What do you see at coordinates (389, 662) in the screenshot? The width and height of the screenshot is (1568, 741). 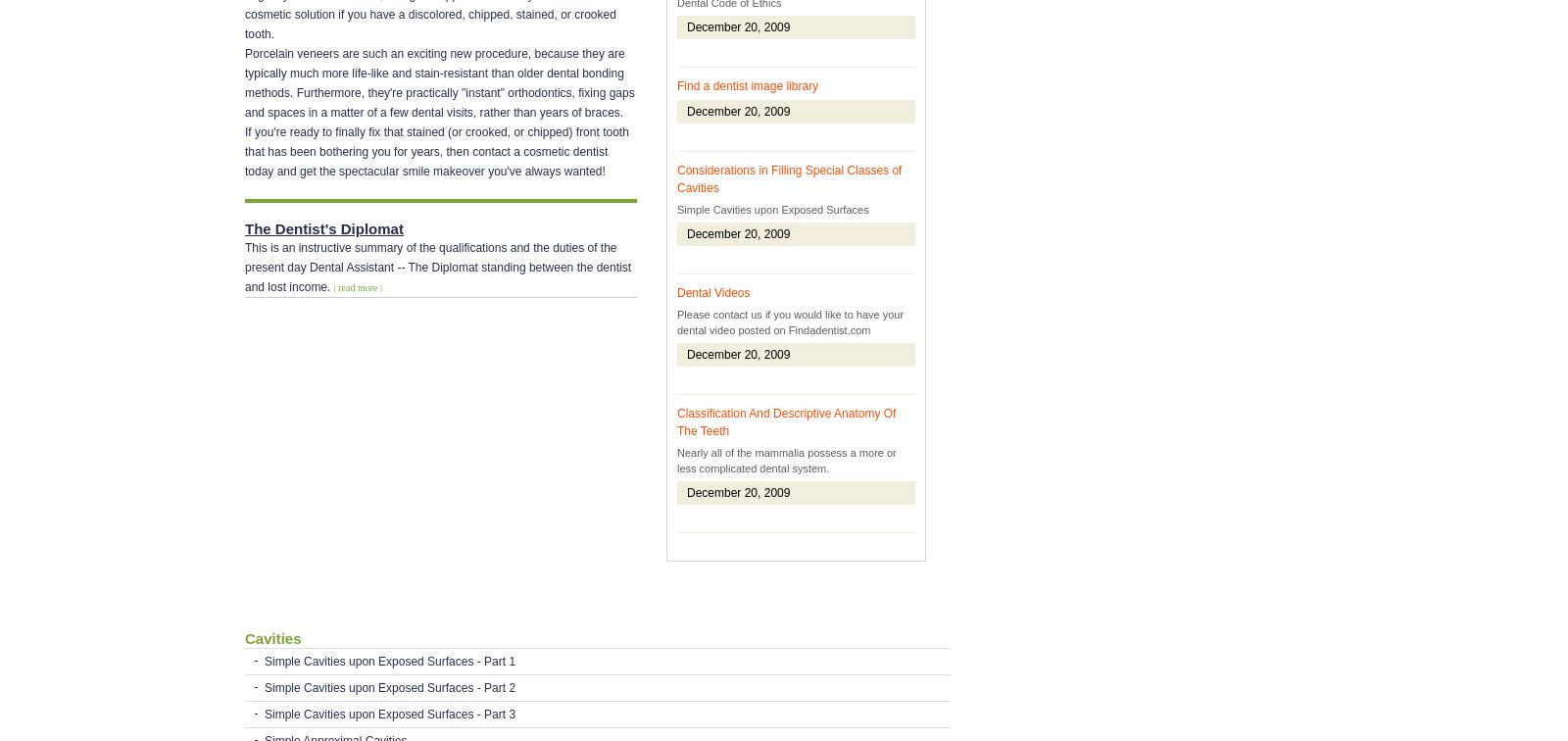 I see `'Simple Cavities upon Exposed Surfaces - Part 1'` at bounding box center [389, 662].